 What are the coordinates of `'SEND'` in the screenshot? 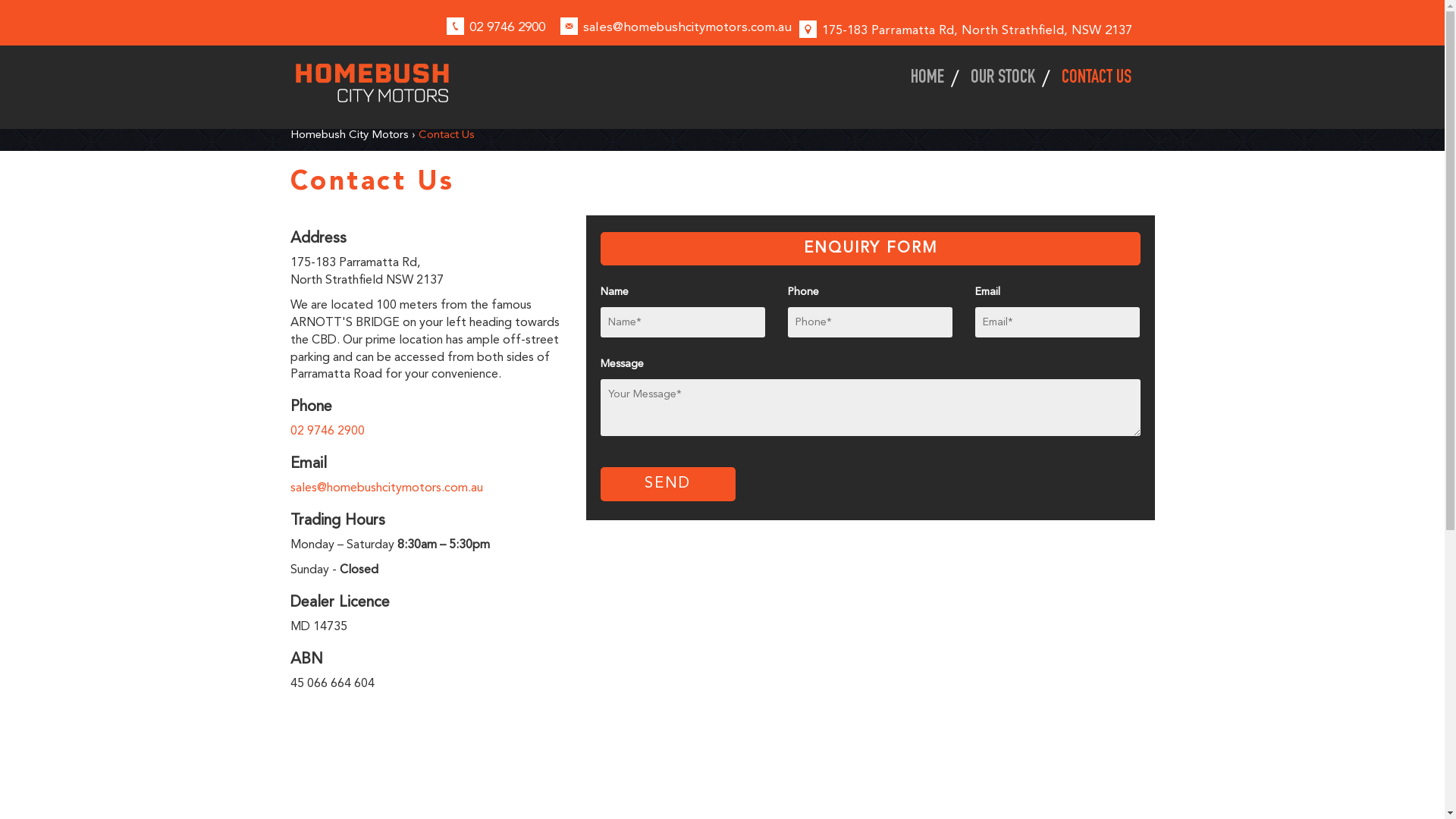 It's located at (667, 484).